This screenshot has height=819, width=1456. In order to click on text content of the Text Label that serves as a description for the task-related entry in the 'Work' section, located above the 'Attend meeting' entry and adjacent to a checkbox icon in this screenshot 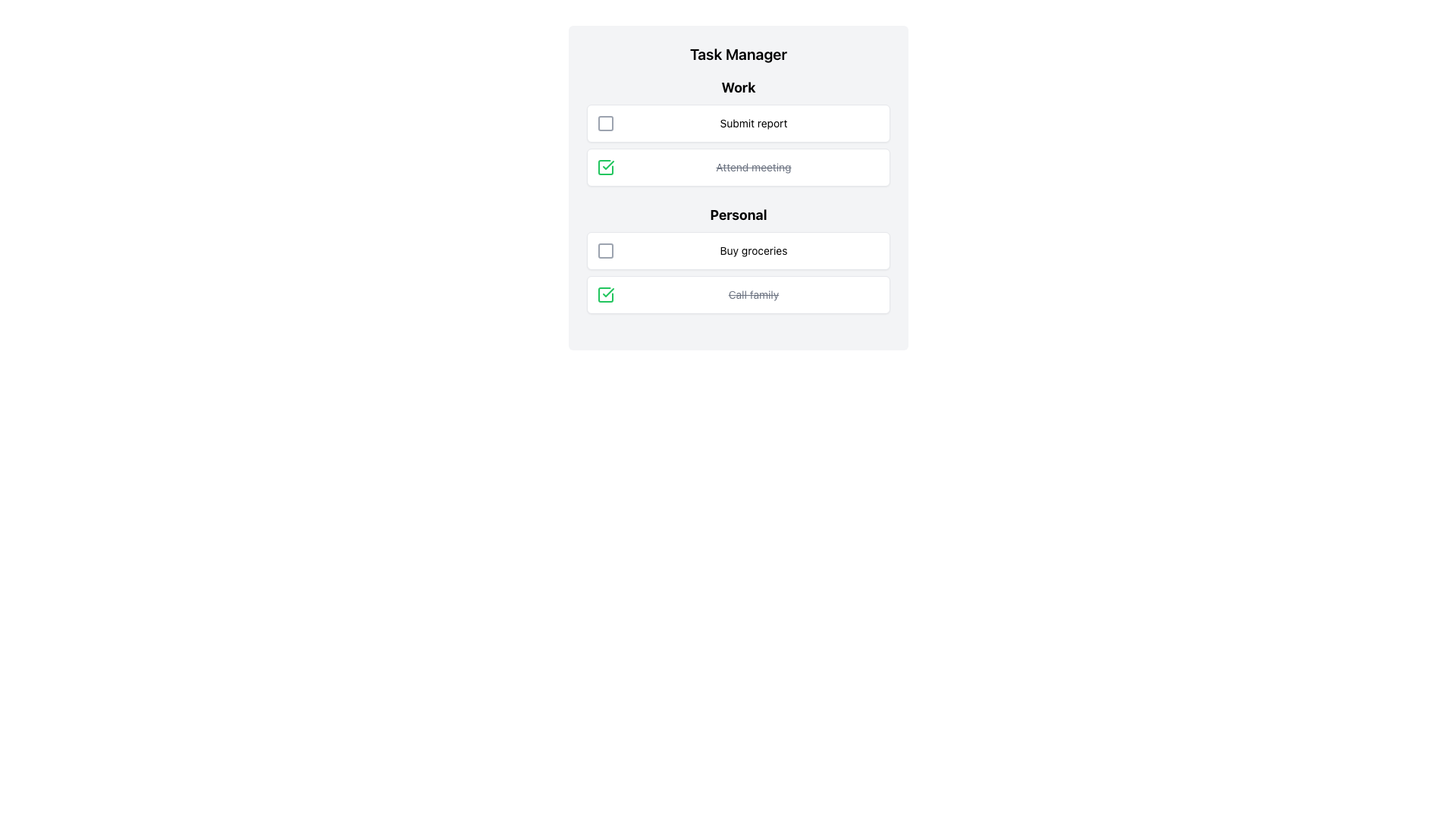, I will do `click(753, 122)`.